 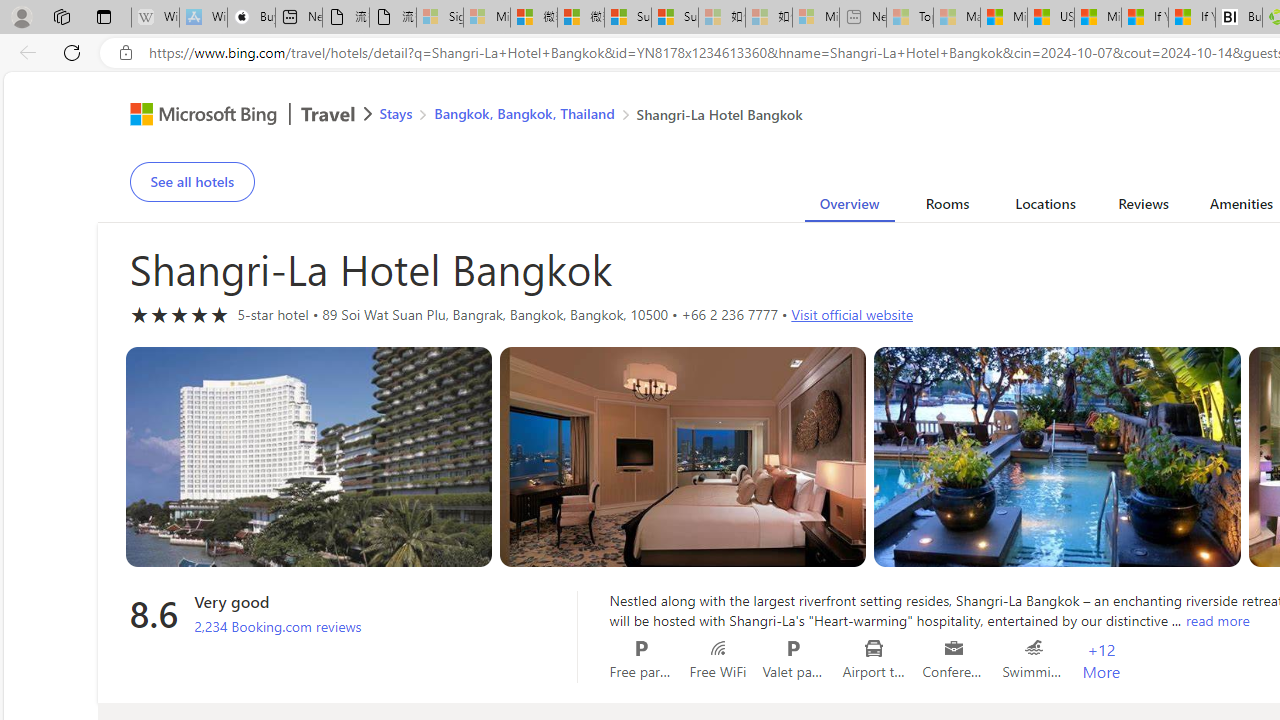 I want to click on 'Stays', so click(x=396, y=113).